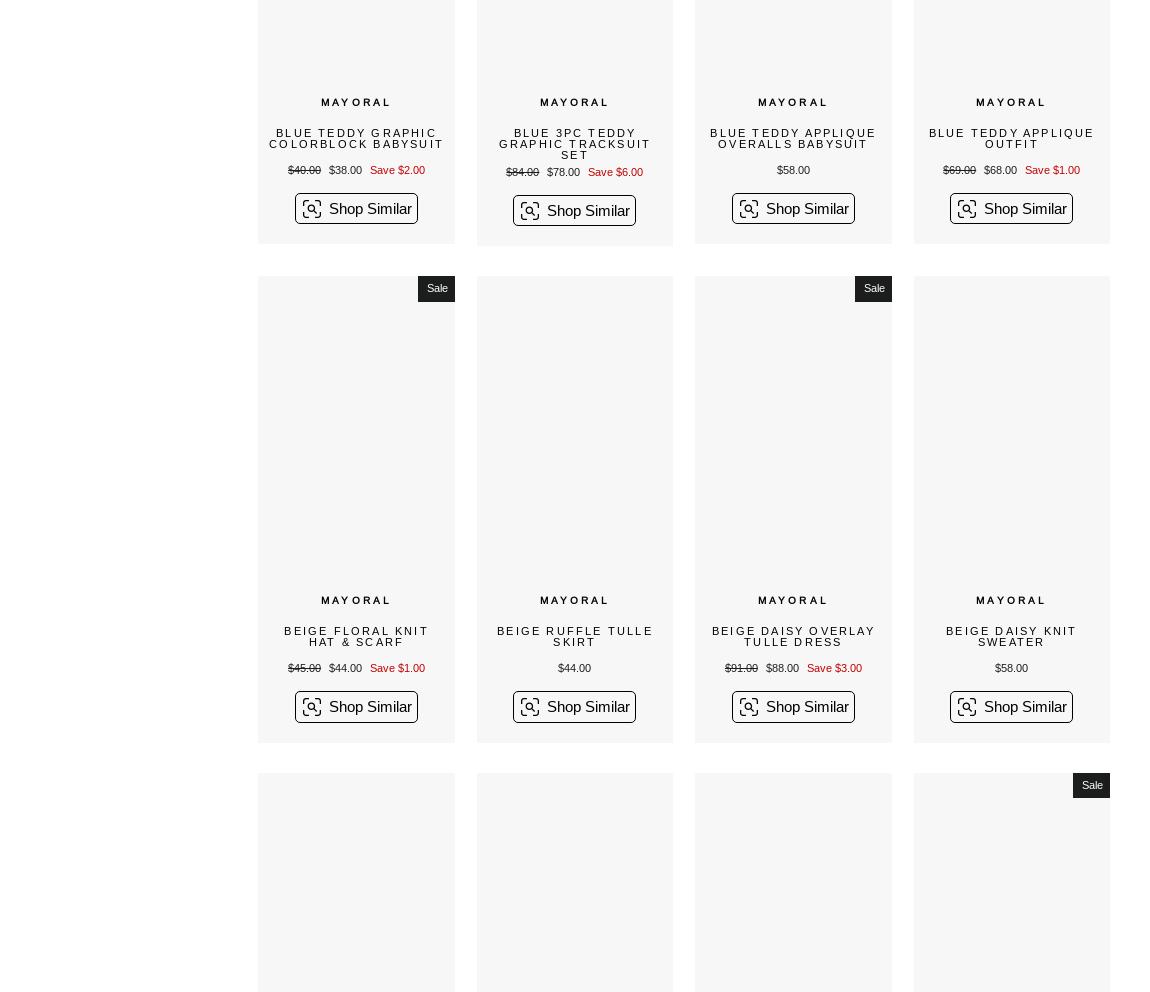 The image size is (1150, 992). Describe the element at coordinates (574, 143) in the screenshot. I see `'Blue 3pc Teddy Graphic Tracksuit Set'` at that location.